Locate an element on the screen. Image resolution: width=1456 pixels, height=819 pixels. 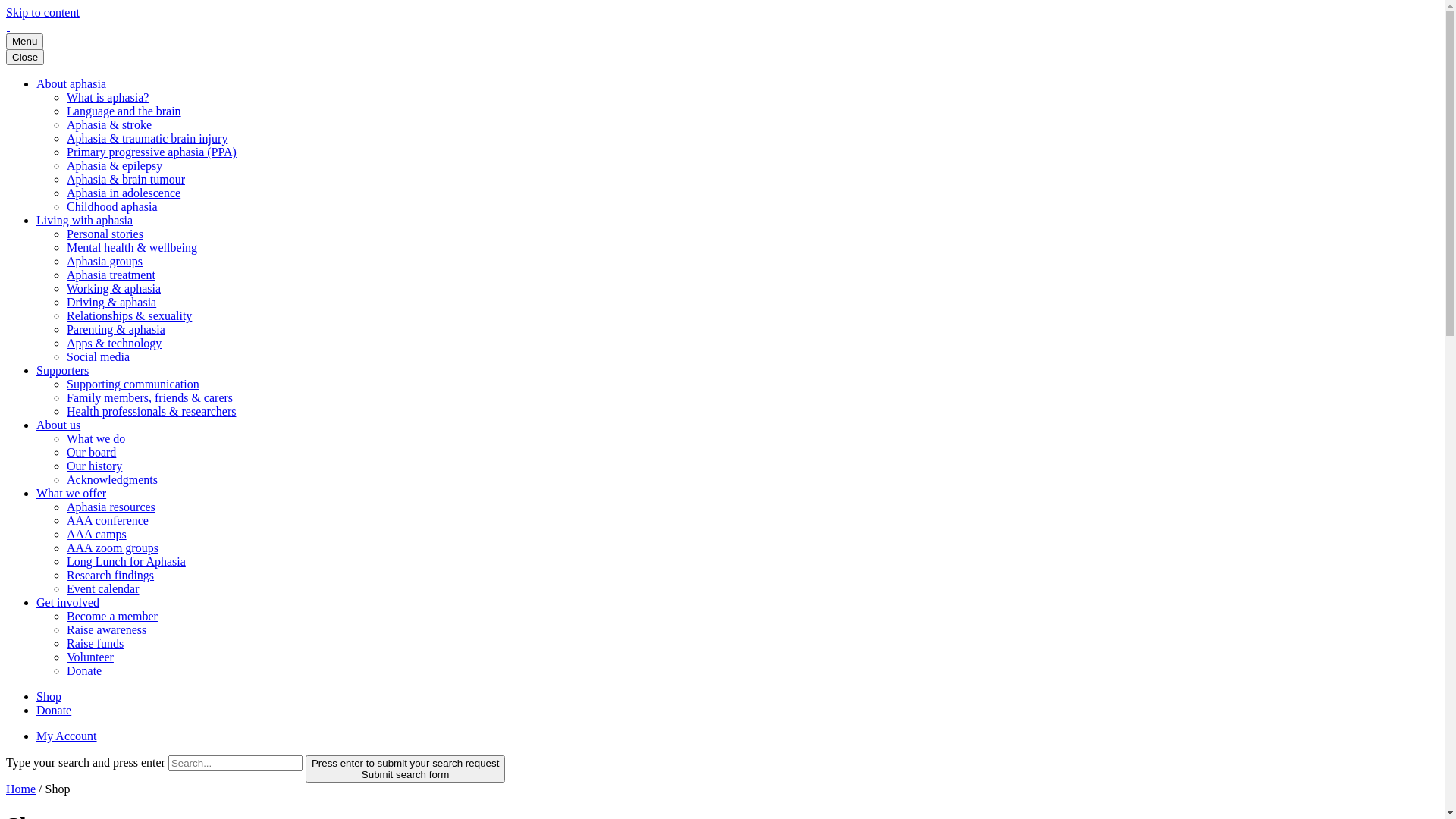
'My Account' is located at coordinates (65, 735).